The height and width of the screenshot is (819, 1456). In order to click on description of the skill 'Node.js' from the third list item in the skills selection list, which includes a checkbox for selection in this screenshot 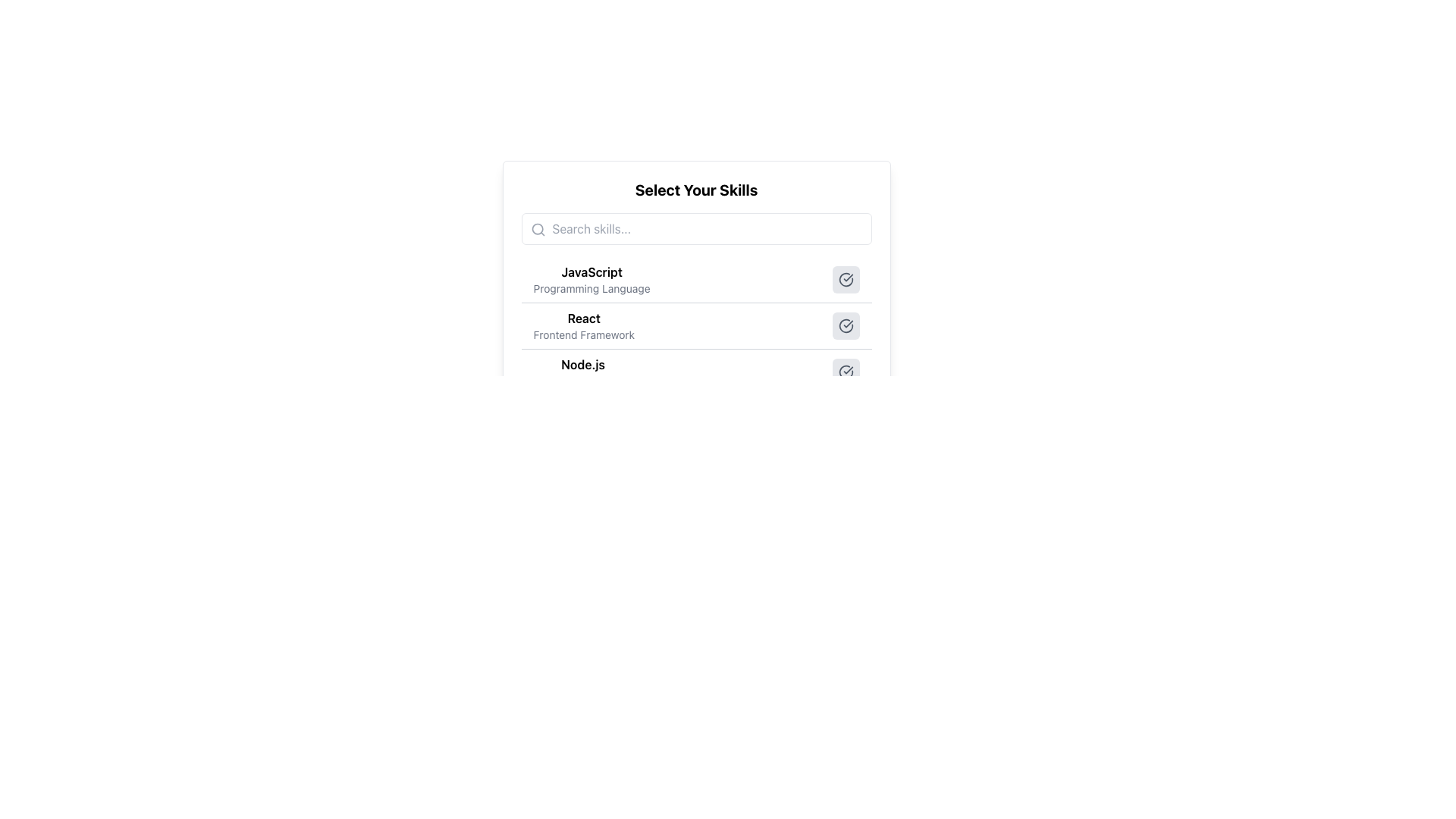, I will do `click(695, 372)`.